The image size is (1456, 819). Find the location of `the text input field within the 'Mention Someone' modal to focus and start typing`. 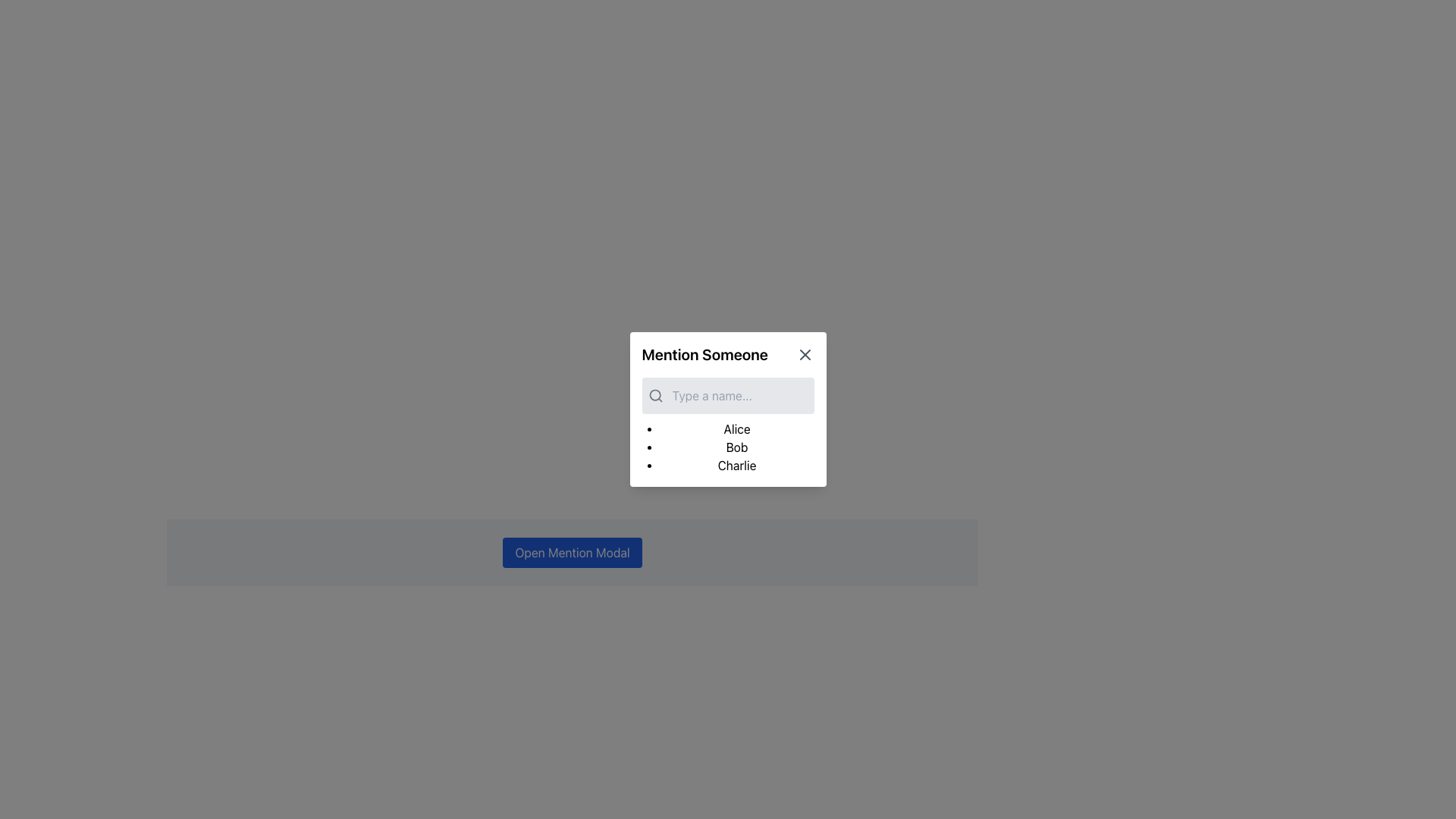

the text input field within the 'Mention Someone' modal to focus and start typing is located at coordinates (728, 394).